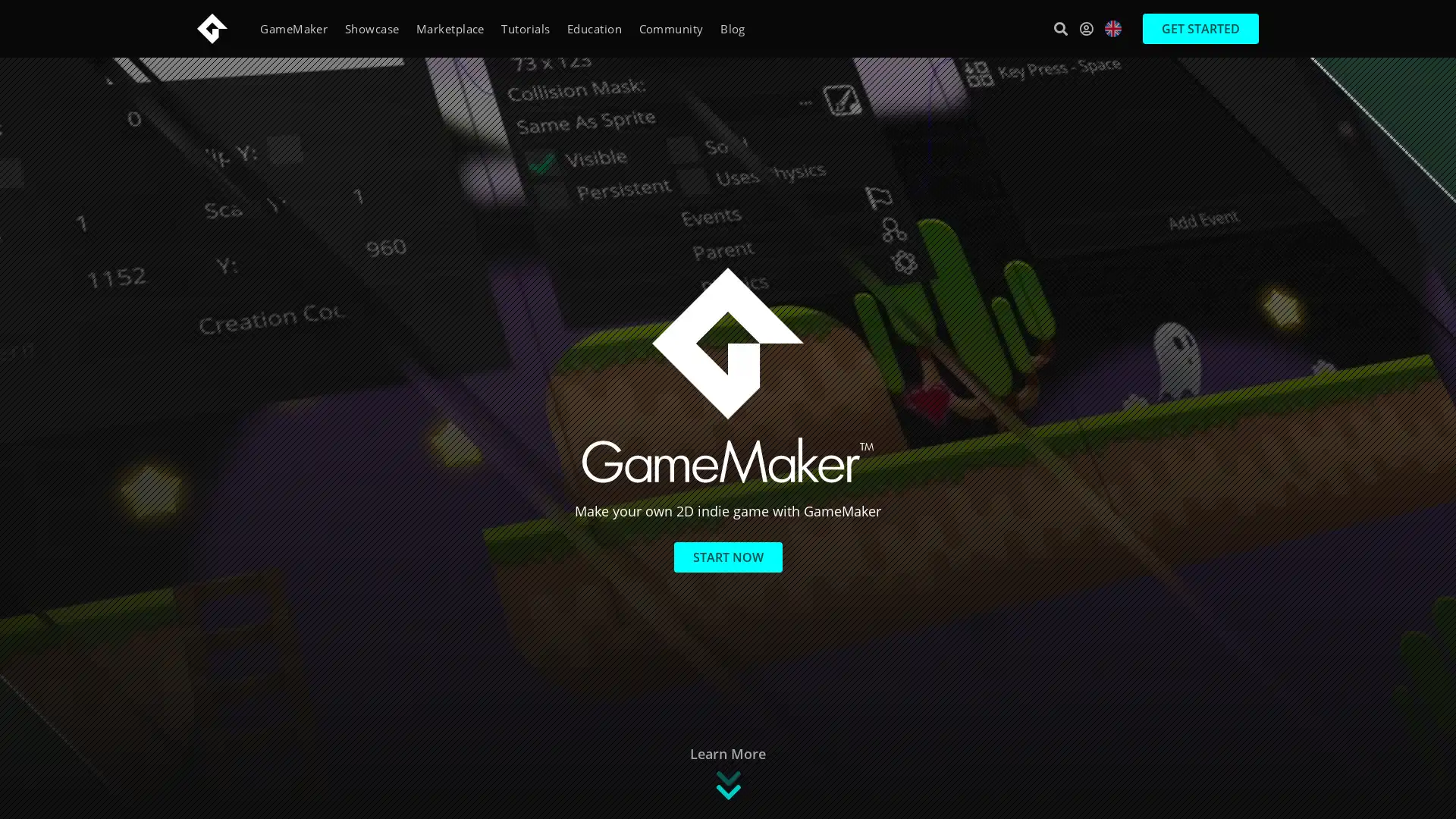 The width and height of the screenshot is (1456, 819). I want to click on Language, so click(1113, 29).